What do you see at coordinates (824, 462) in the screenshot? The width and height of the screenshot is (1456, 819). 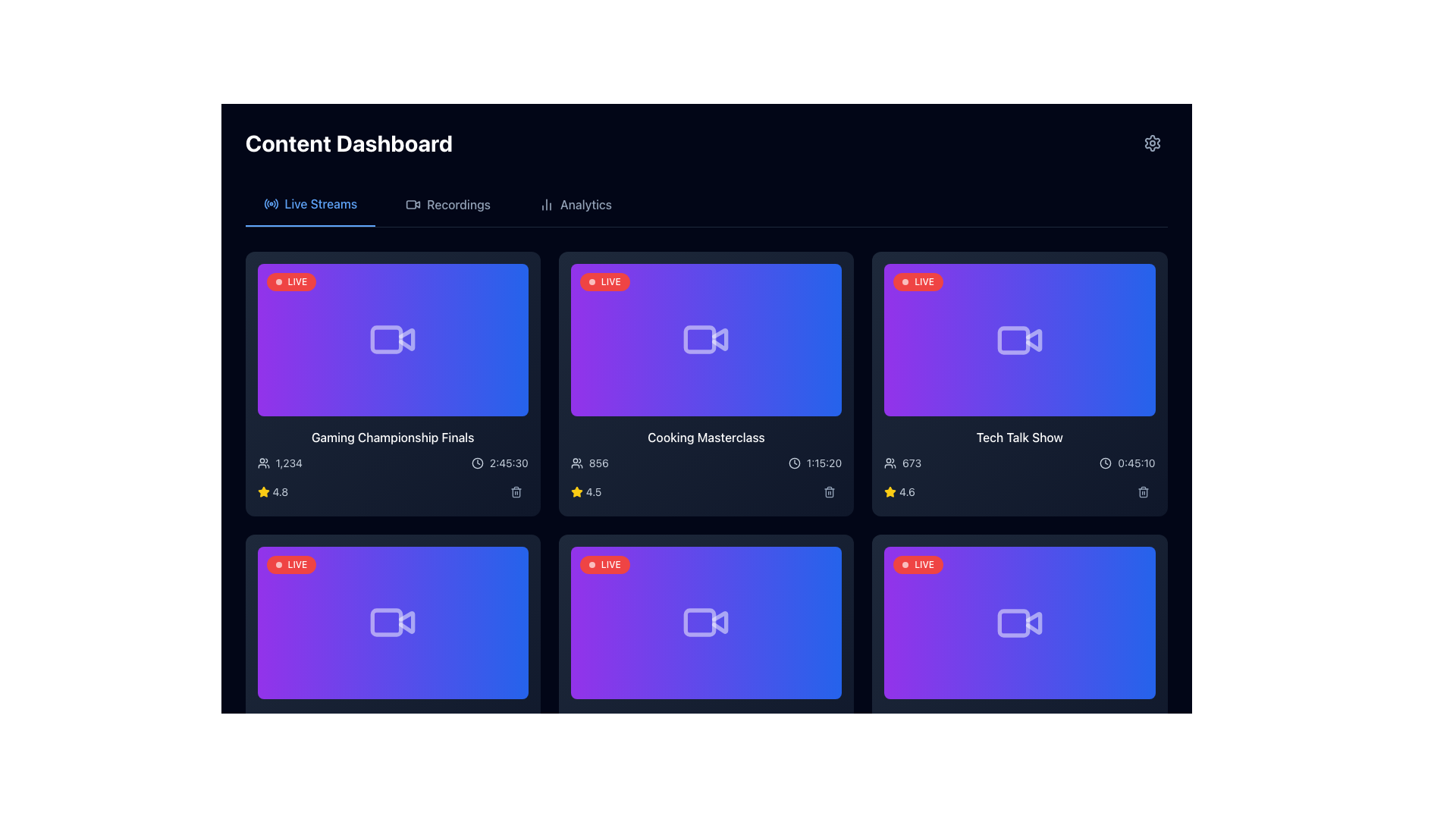 I see `time value displayed in the text label located at the bottom-right corner of the second card in the top row of the grid layout, adjacent to the clock icon` at bounding box center [824, 462].